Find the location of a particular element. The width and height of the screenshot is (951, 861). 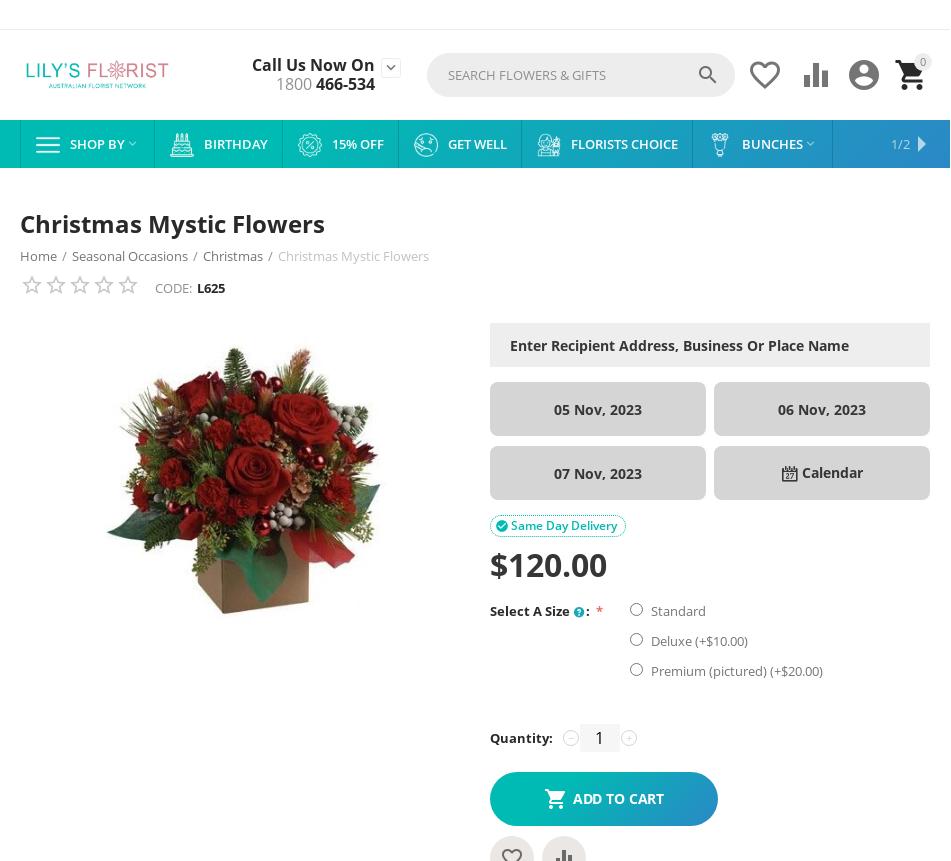

'Get Well' is located at coordinates (476, 143).